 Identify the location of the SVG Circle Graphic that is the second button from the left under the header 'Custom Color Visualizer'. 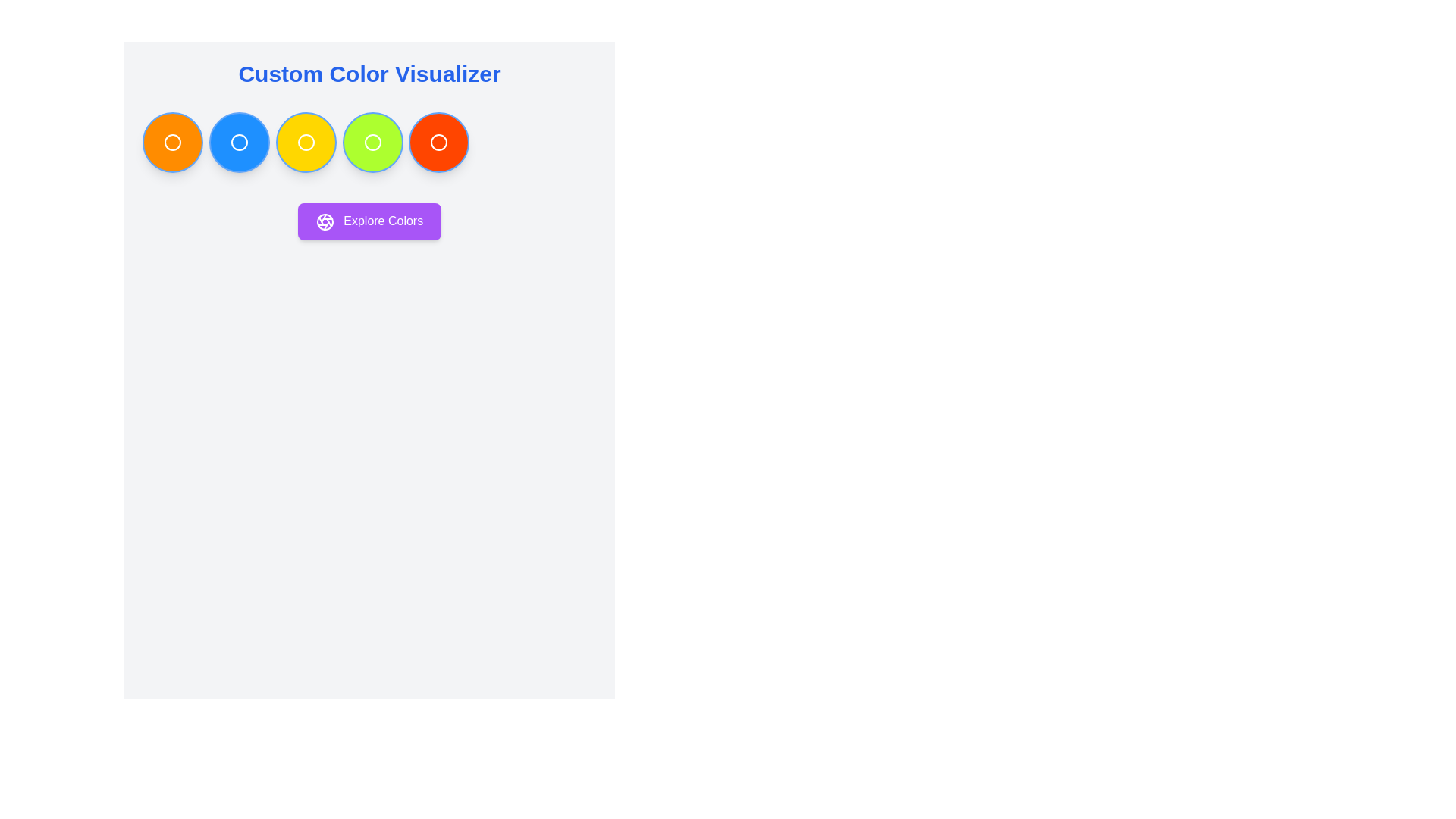
(238, 143).